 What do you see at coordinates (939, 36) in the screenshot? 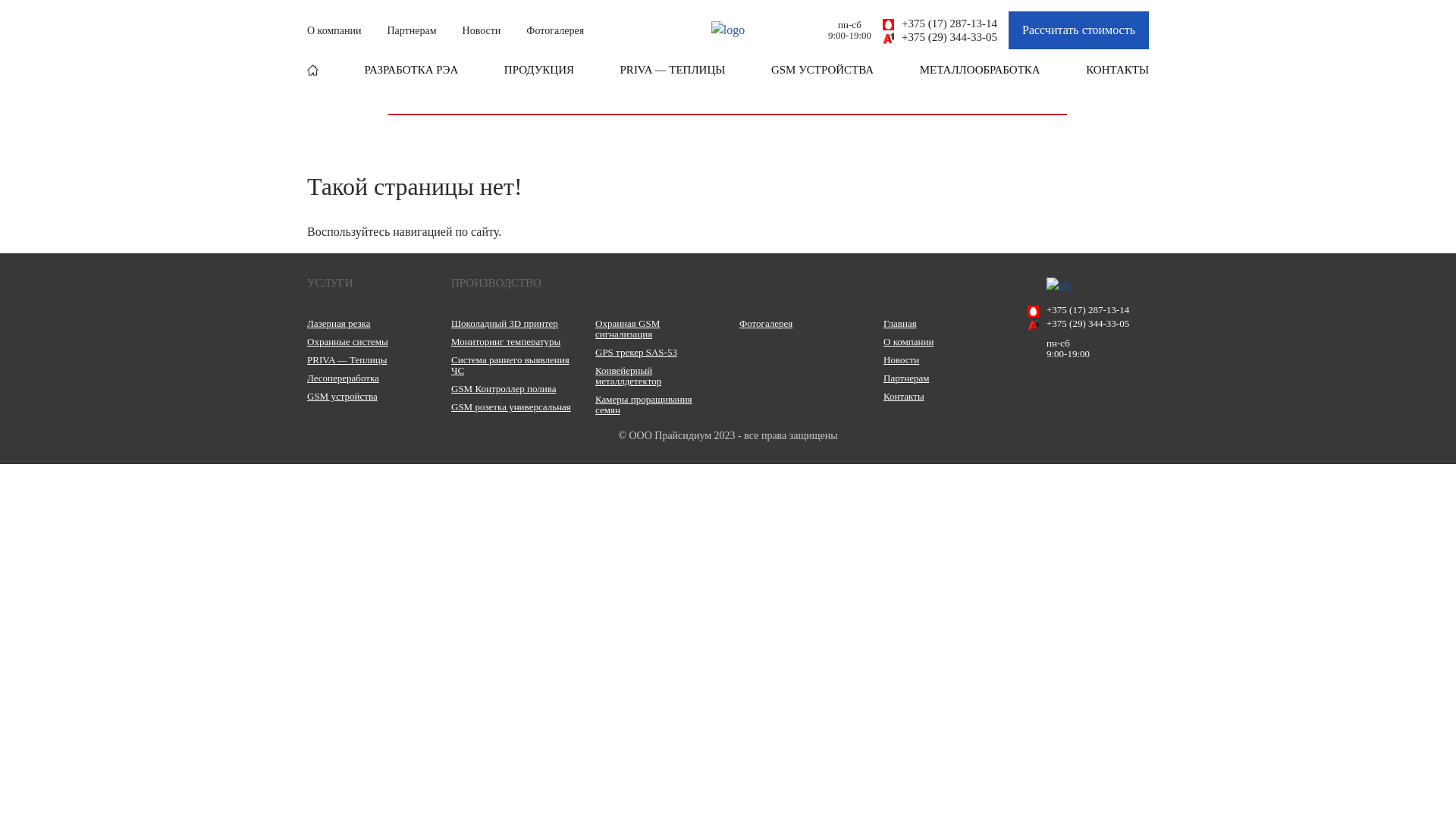
I see `'+375 (29) 344-33-05'` at bounding box center [939, 36].